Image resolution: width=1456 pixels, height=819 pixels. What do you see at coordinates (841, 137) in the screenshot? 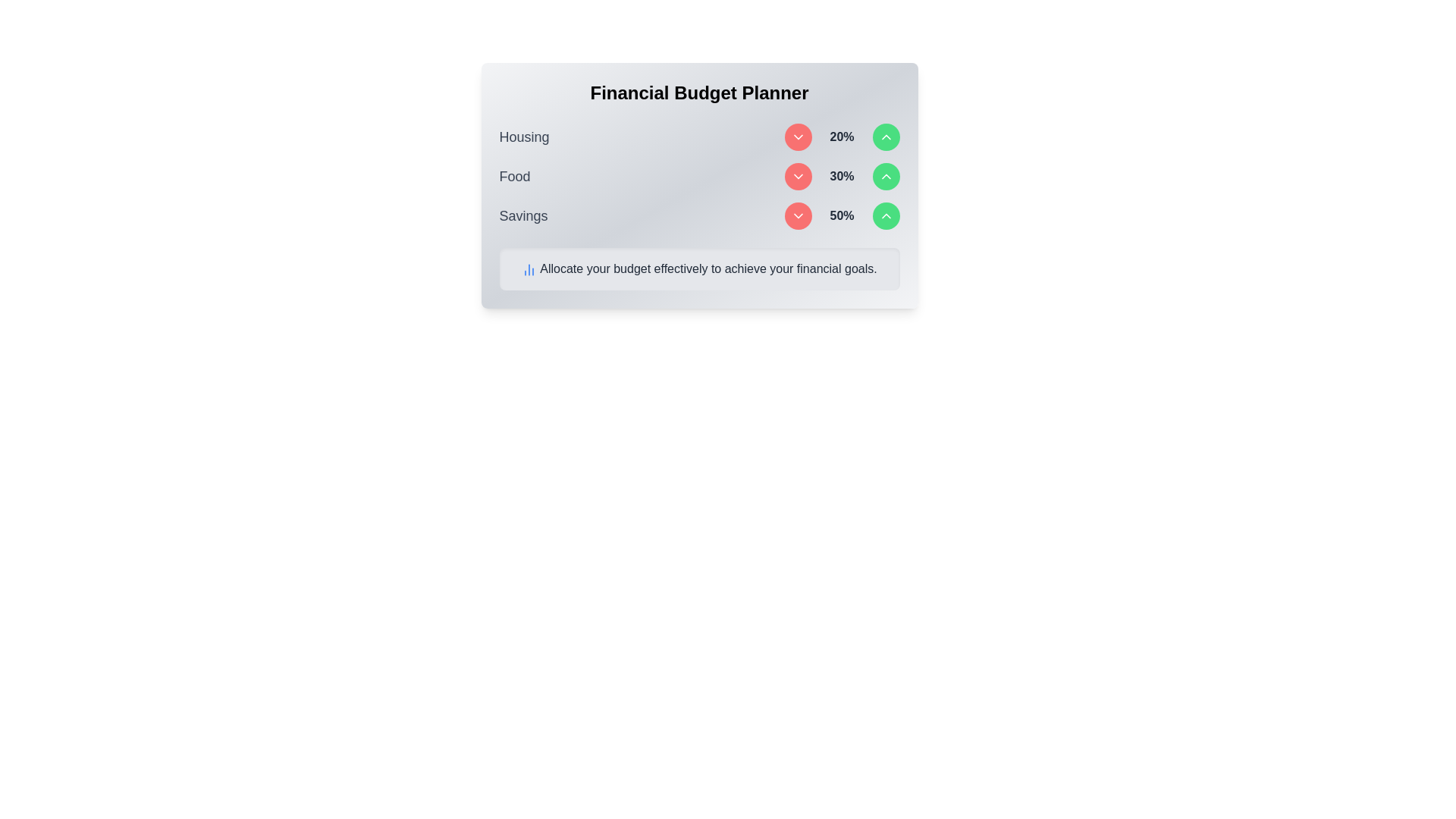
I see `the label displaying '20%' in bold text, which is centrally located within the 'Housing' section of the 'Financial Budget Planner' layout, flanked by up and down arrow buttons` at bounding box center [841, 137].